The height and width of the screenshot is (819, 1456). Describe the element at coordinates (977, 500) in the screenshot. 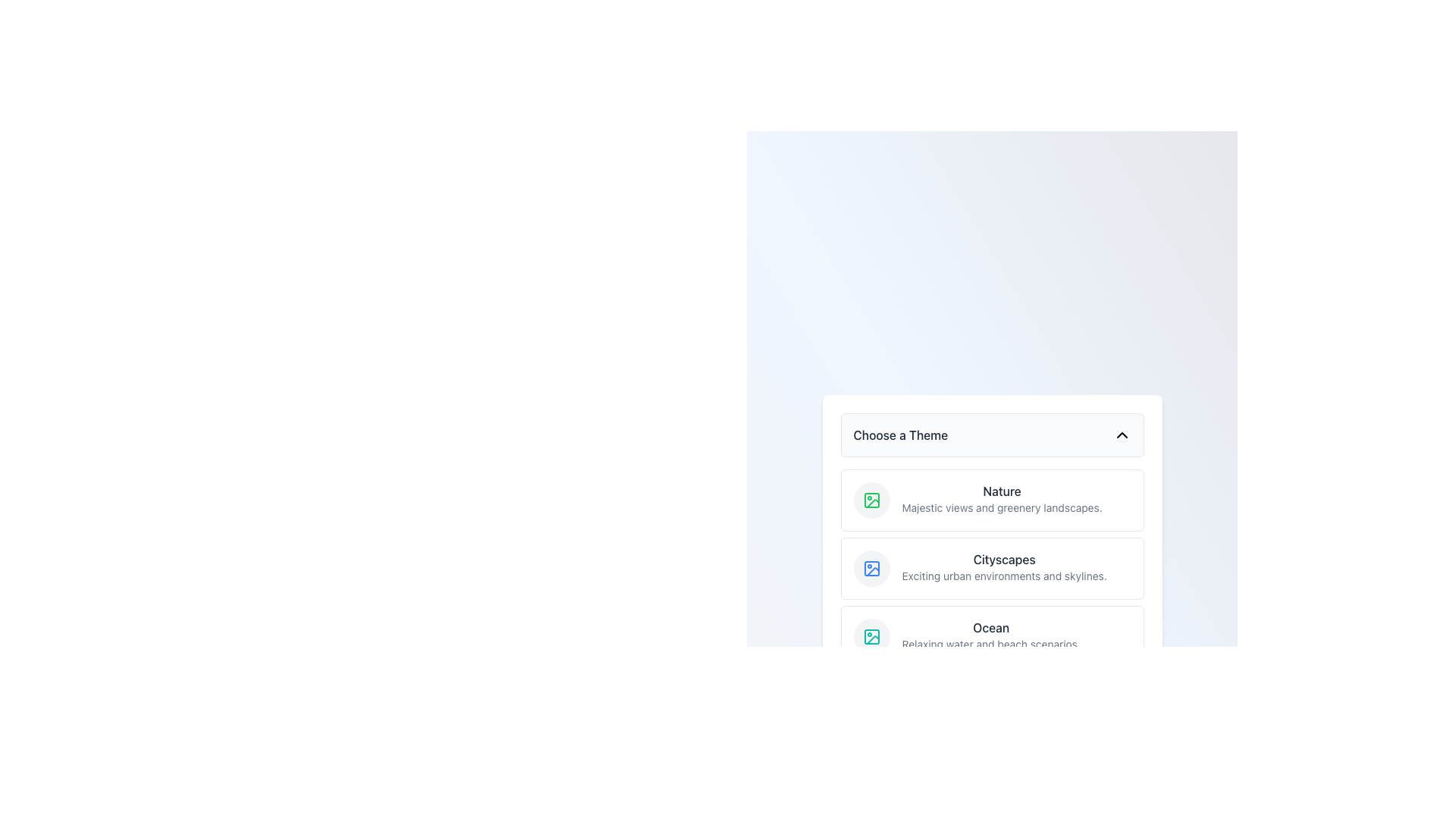

I see `the 'Nature' theme list item` at that location.